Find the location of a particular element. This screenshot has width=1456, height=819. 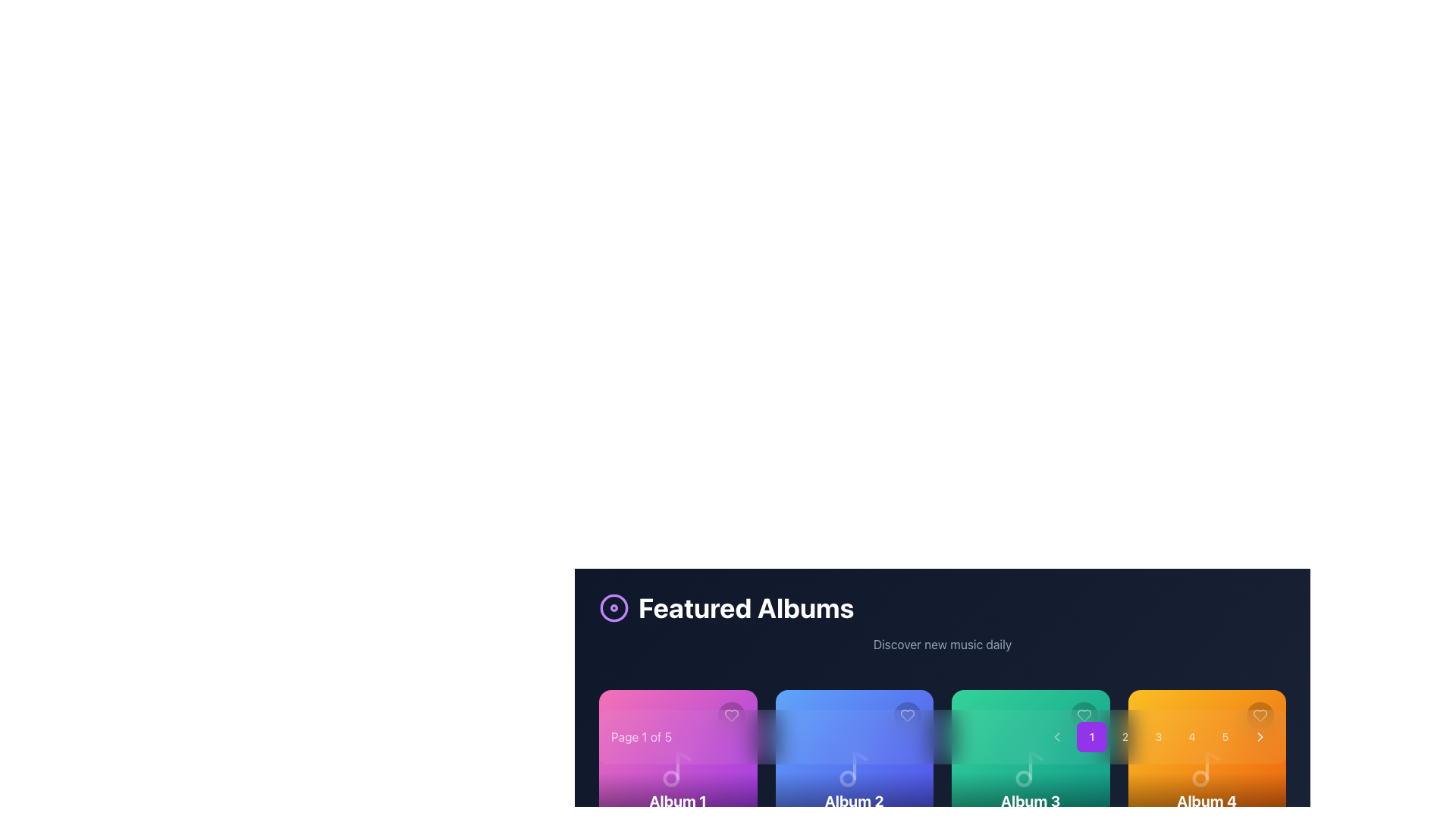

the small button with a right-pointing chevron on an orange background is located at coordinates (1260, 736).